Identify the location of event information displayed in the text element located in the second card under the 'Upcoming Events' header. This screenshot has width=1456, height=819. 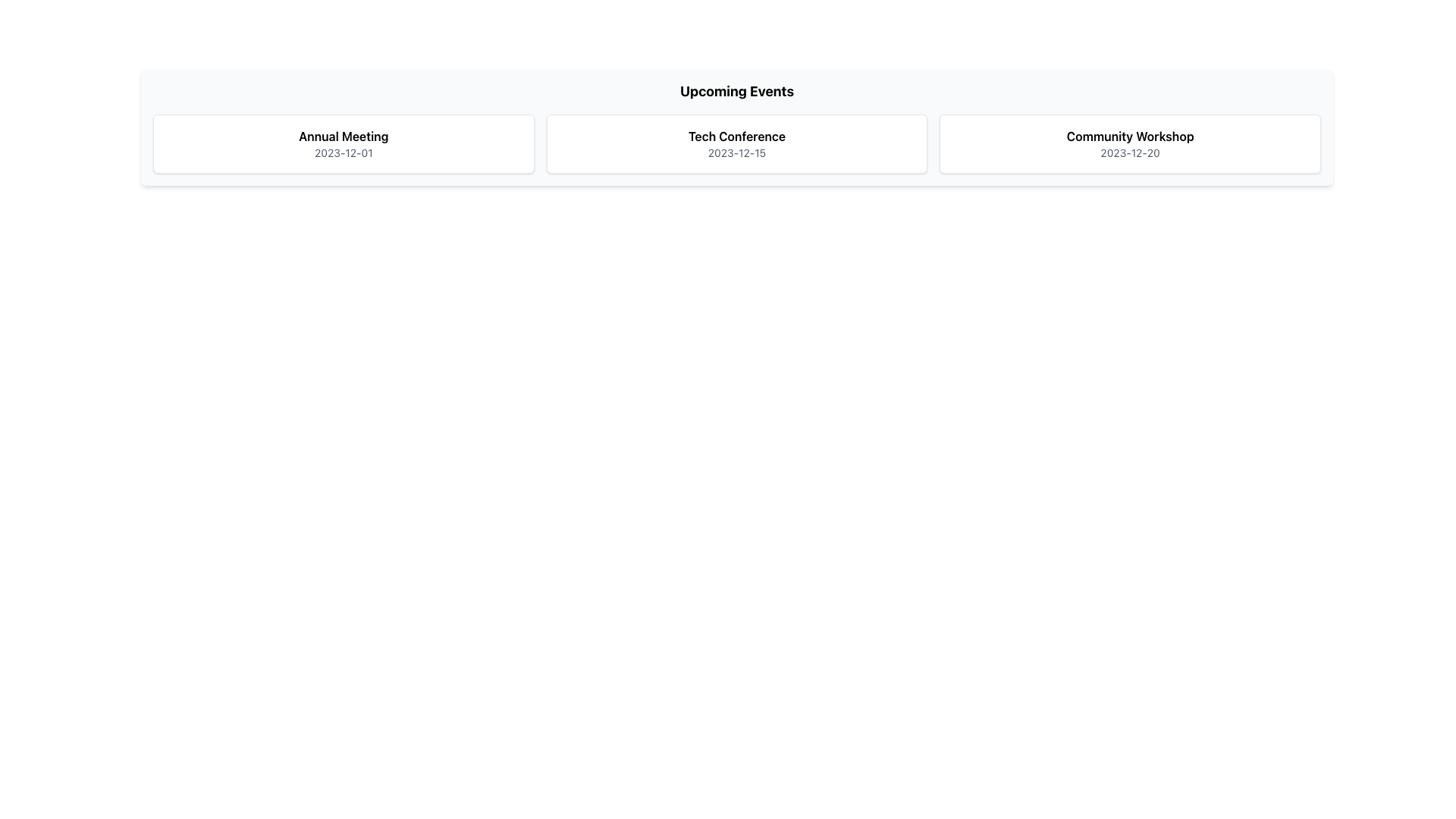
(736, 143).